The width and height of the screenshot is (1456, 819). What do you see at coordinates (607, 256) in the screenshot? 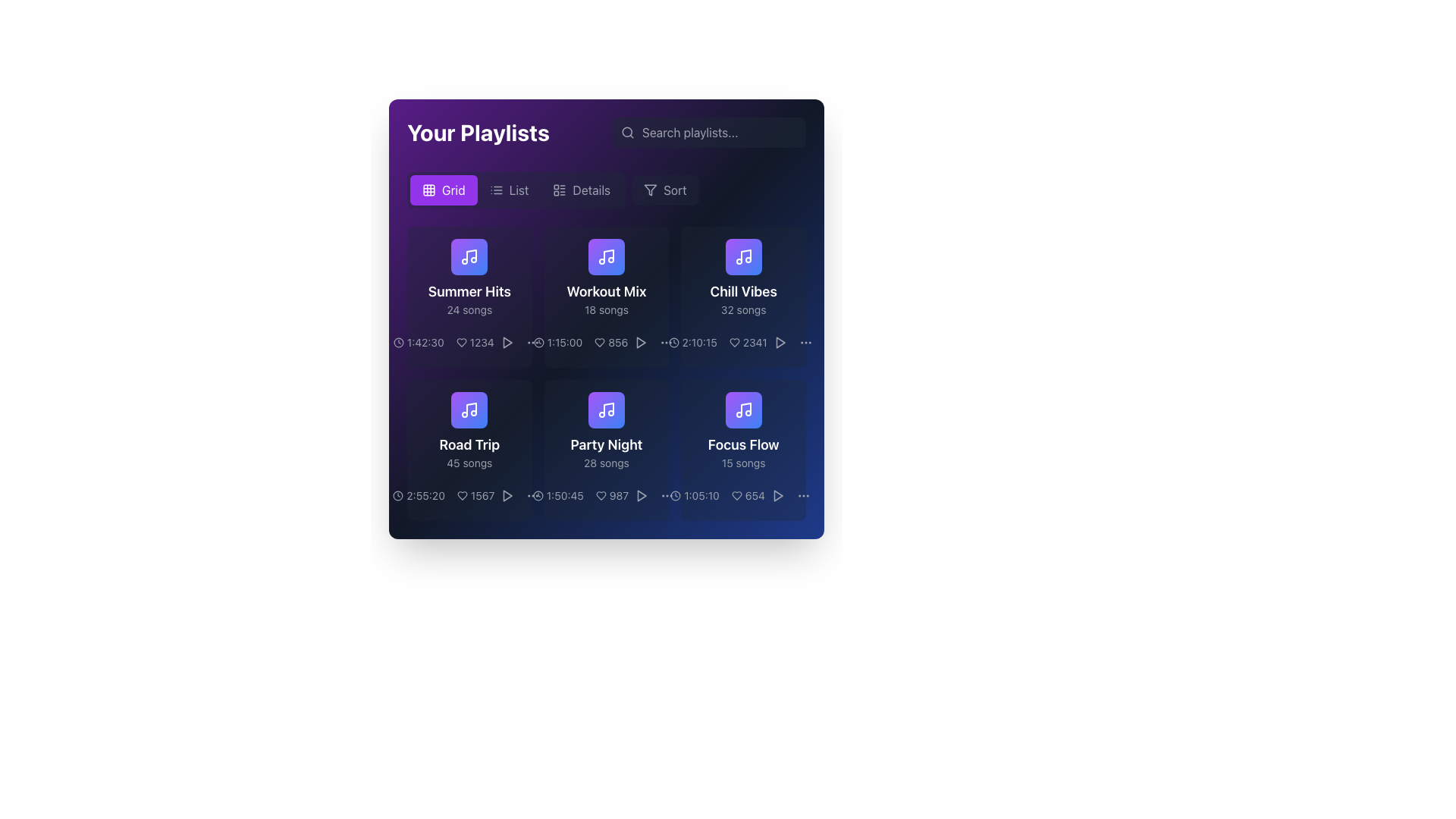
I see `the rounded square icon with a gradient background and white music note, located in the second item of the top row under the 'Workout Mix' playlist` at bounding box center [607, 256].